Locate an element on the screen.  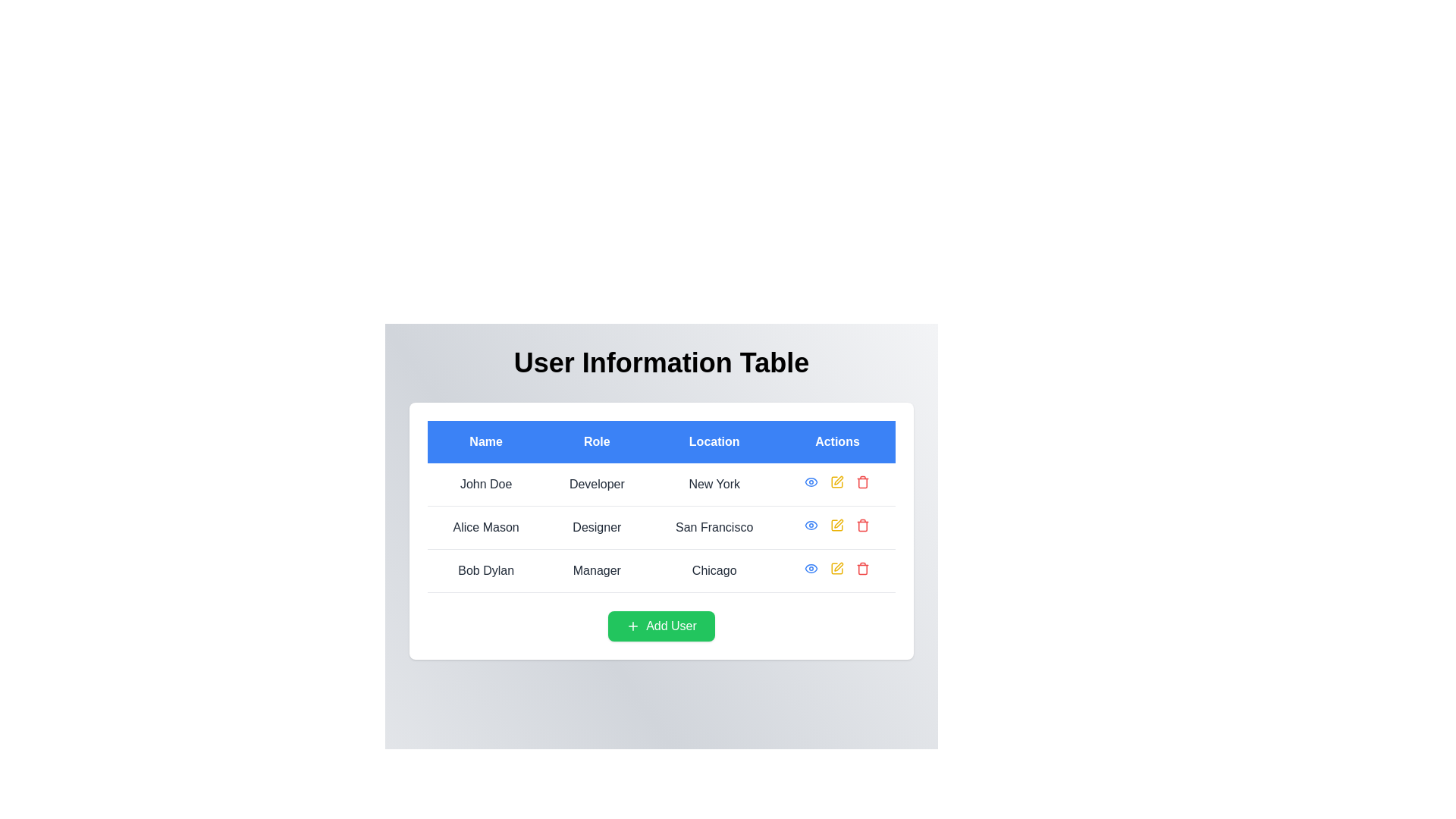
the green button labeled 'Add User' to trigger its hover effect, which changes the button's color to a darker green is located at coordinates (661, 626).